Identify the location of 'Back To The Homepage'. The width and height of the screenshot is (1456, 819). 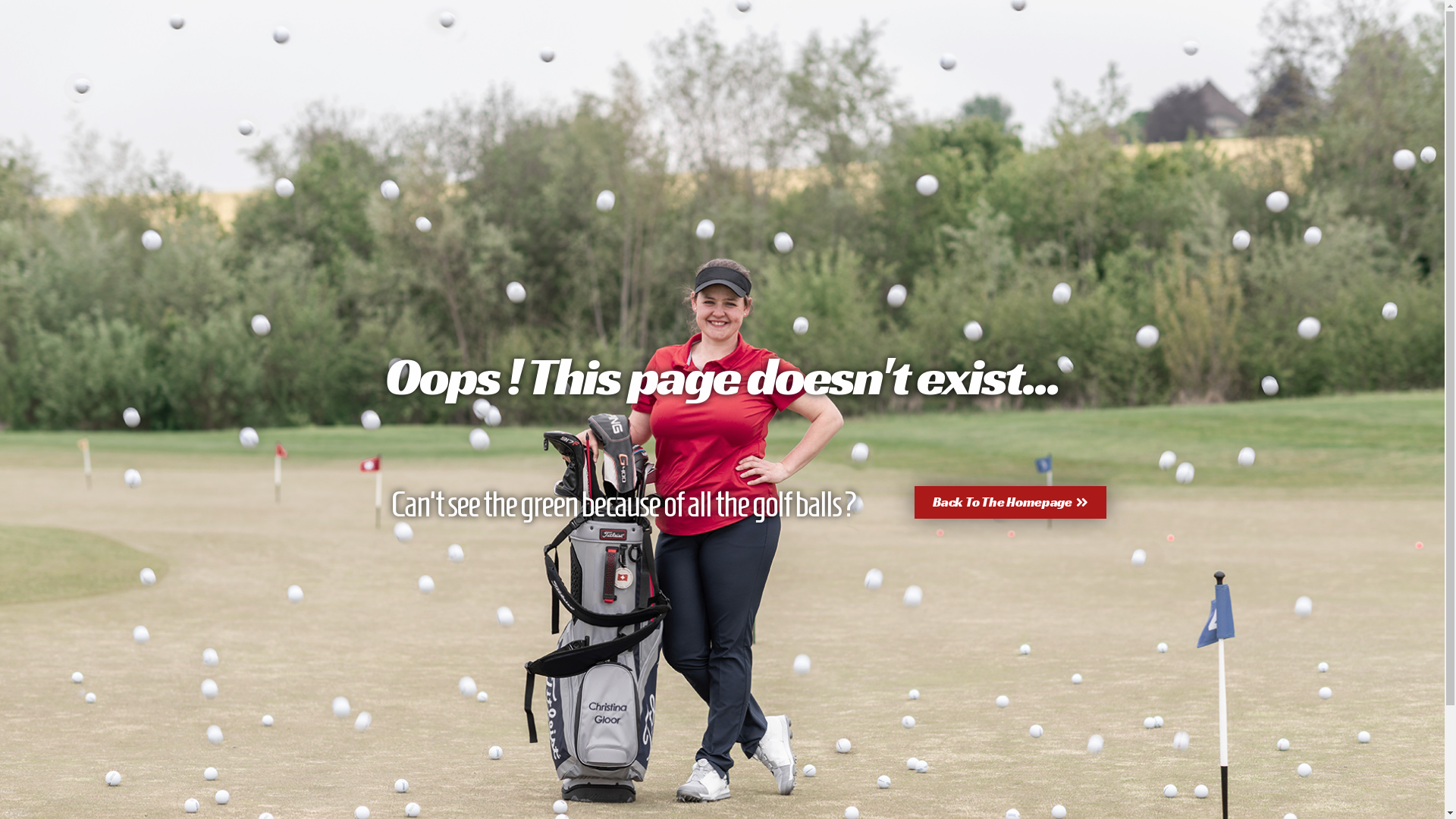
(1010, 502).